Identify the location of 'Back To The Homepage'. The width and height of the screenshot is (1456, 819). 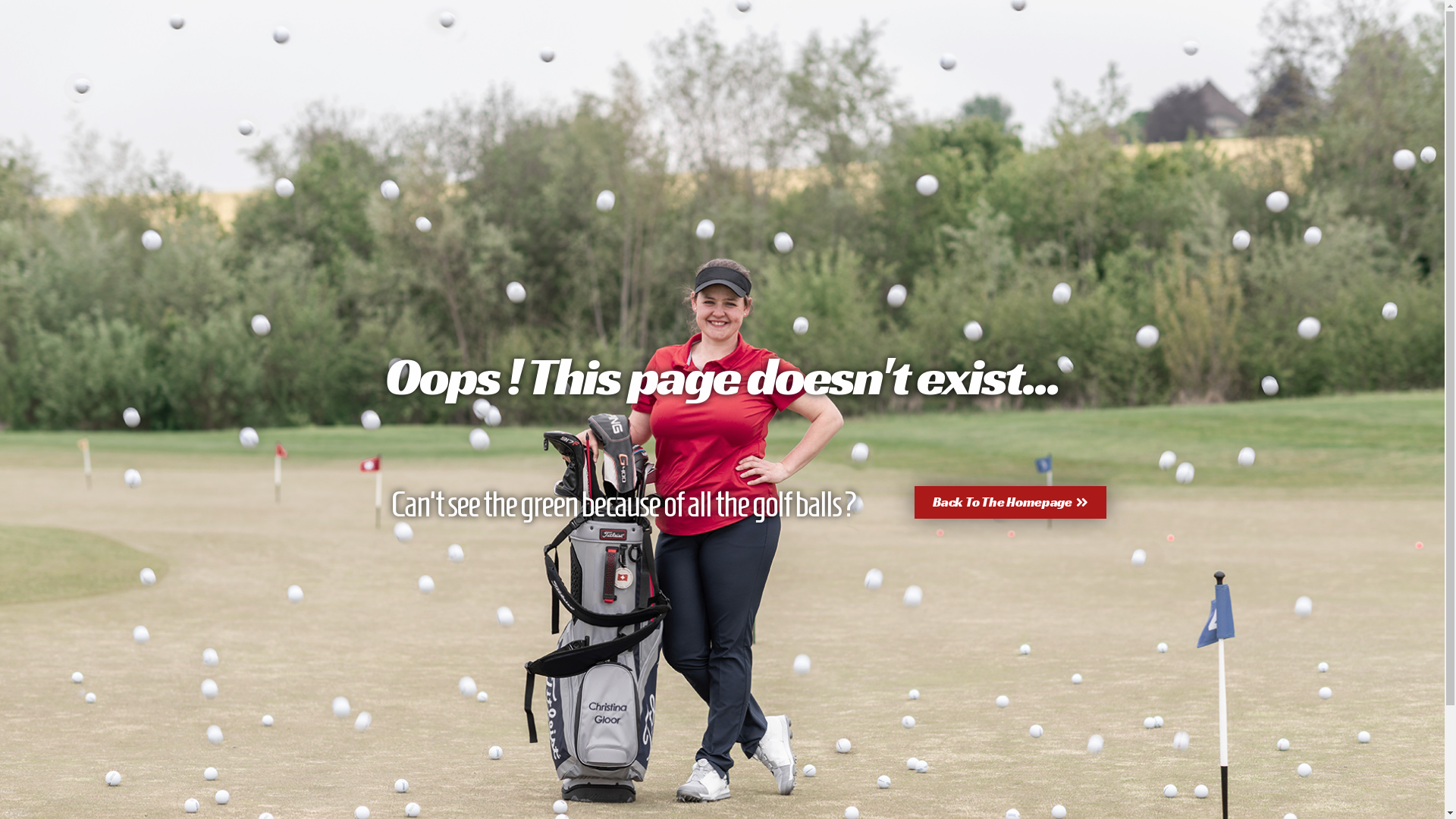
(1010, 502).